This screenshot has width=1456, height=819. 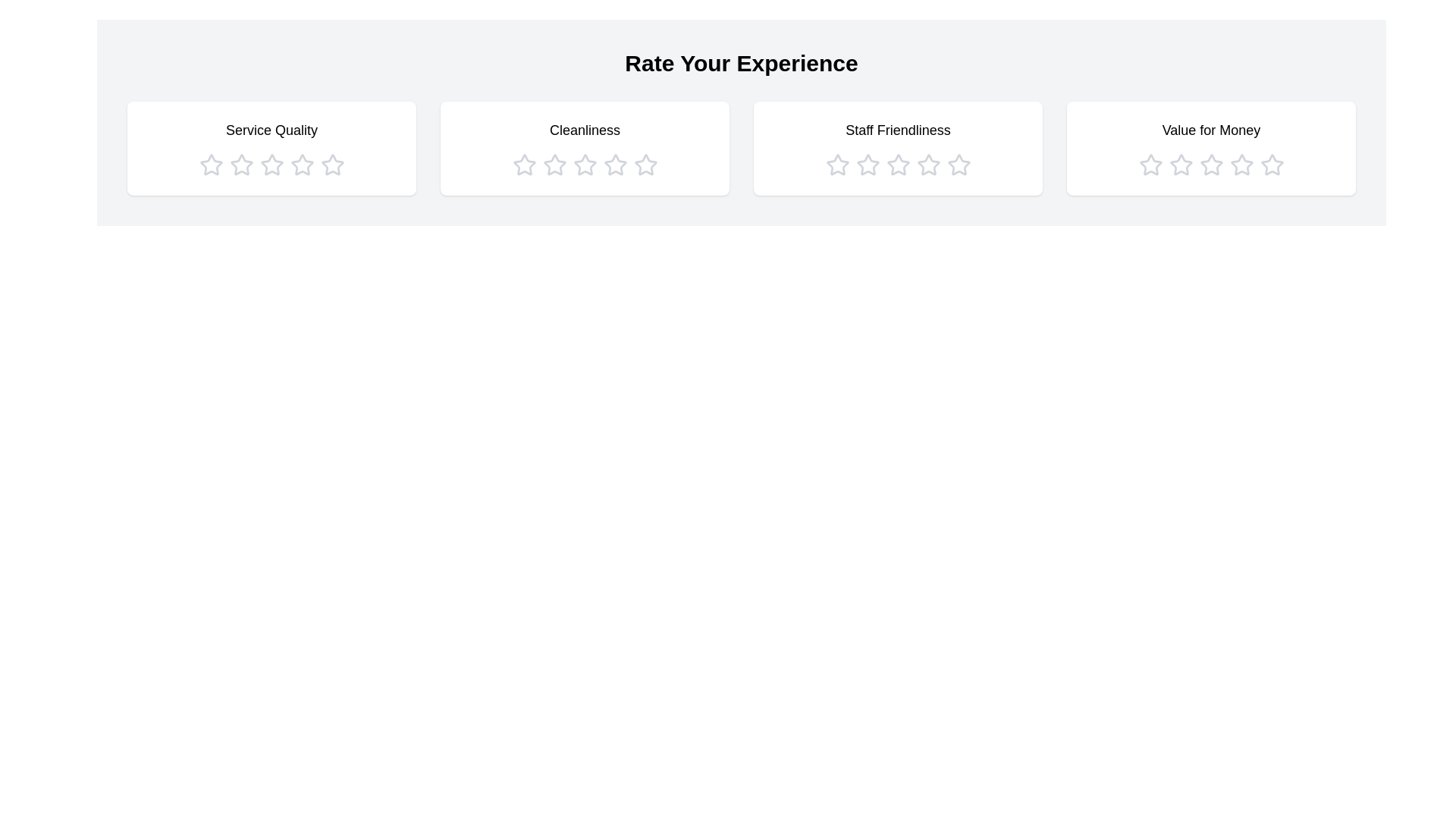 I want to click on the star icon corresponding to 4 stars in the category Cleanliness, so click(x=615, y=165).